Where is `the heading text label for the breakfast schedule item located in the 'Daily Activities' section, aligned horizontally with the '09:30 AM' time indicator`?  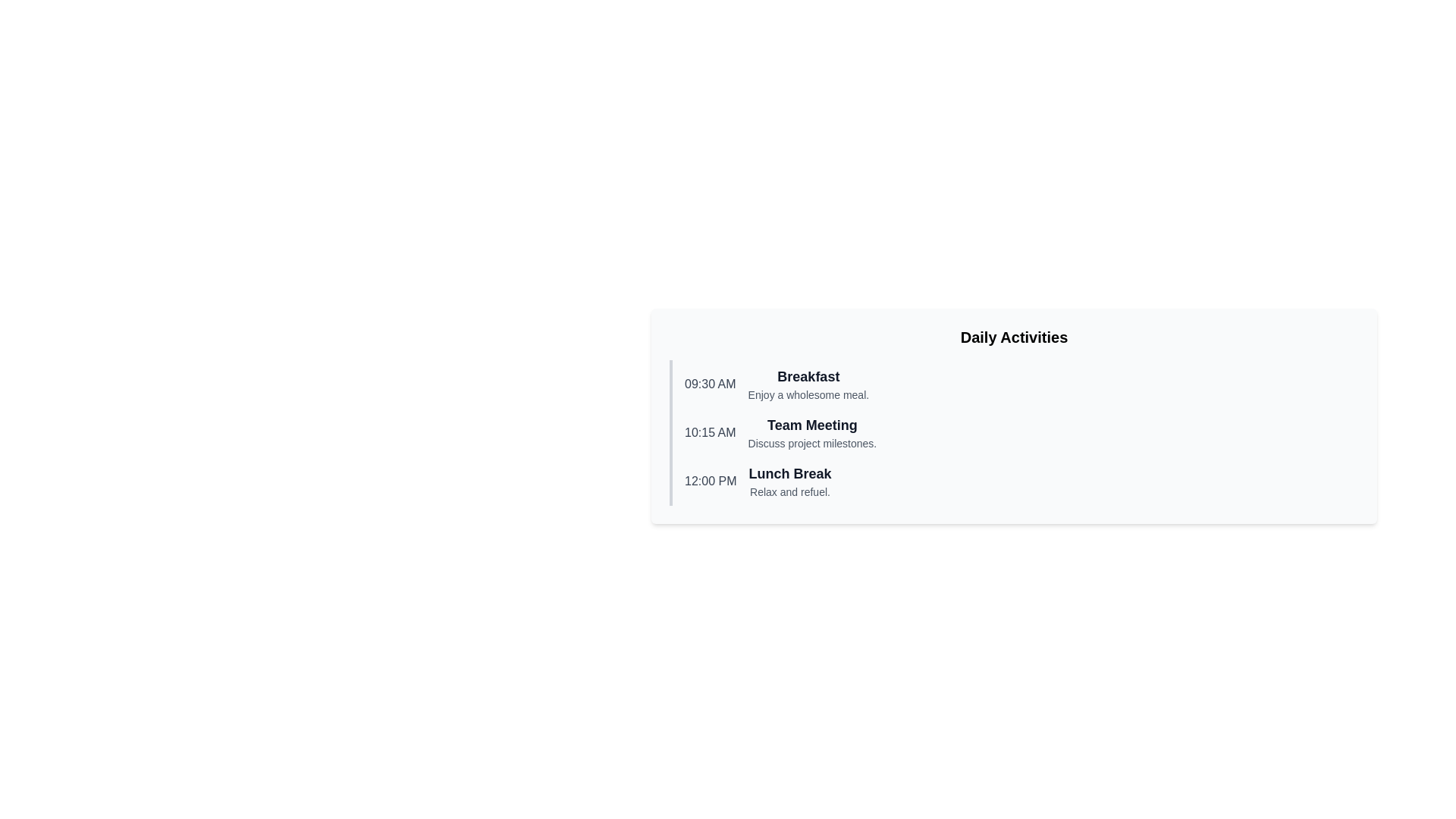 the heading text label for the breakfast schedule item located in the 'Daily Activities' section, aligned horizontally with the '09:30 AM' time indicator is located at coordinates (807, 376).